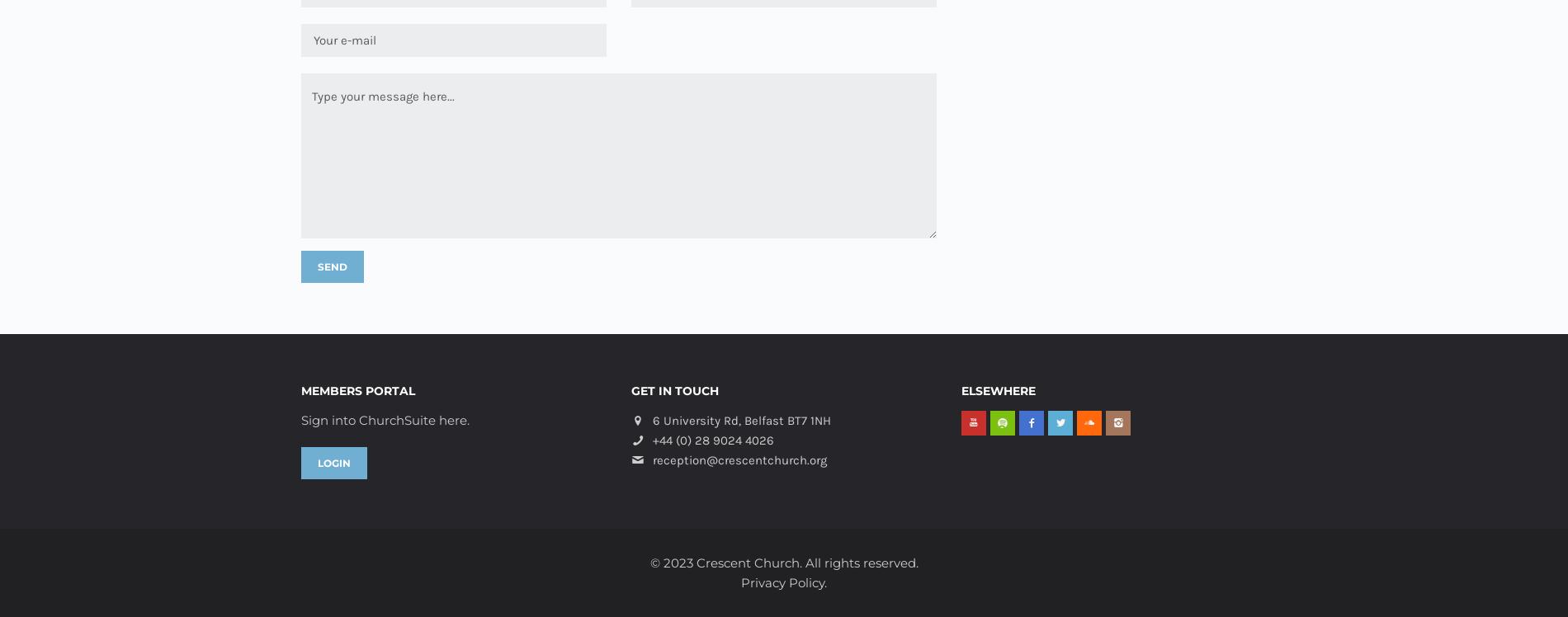 This screenshot has width=1568, height=617. I want to click on 'reception@crescentchurch.org', so click(739, 459).